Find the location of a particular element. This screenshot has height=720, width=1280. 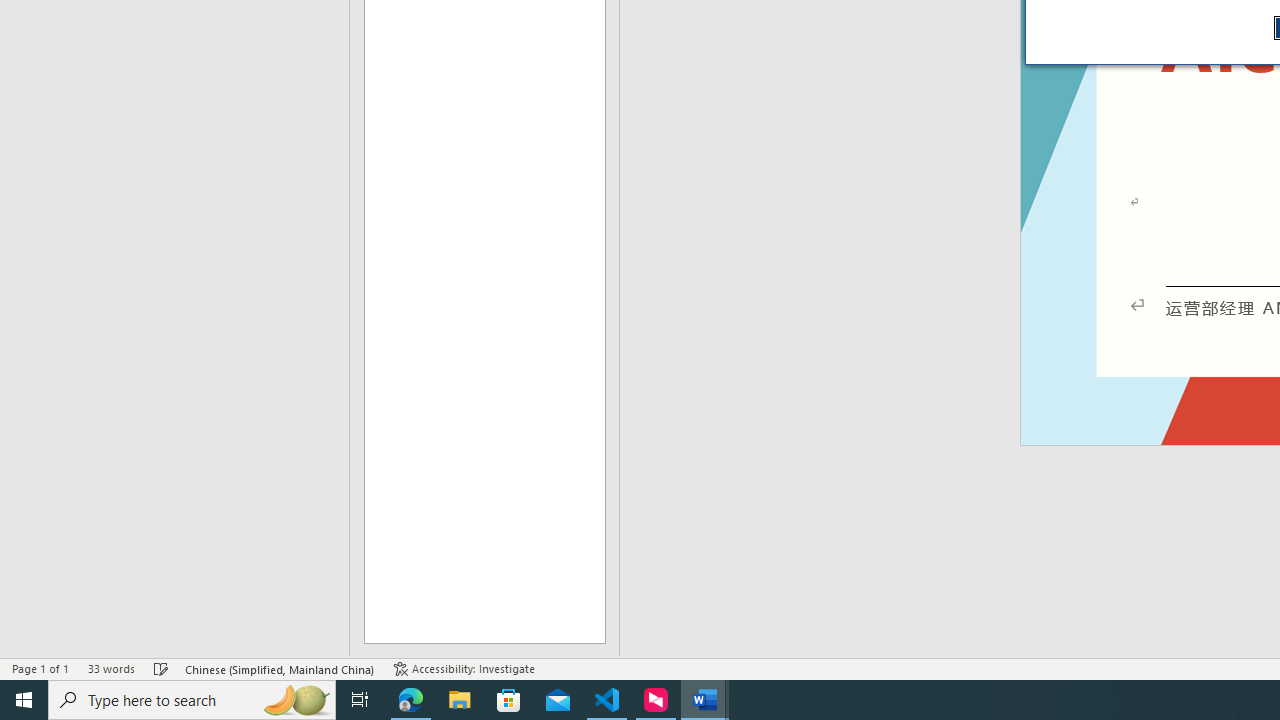

'Word - 2 running windows' is located at coordinates (705, 698).